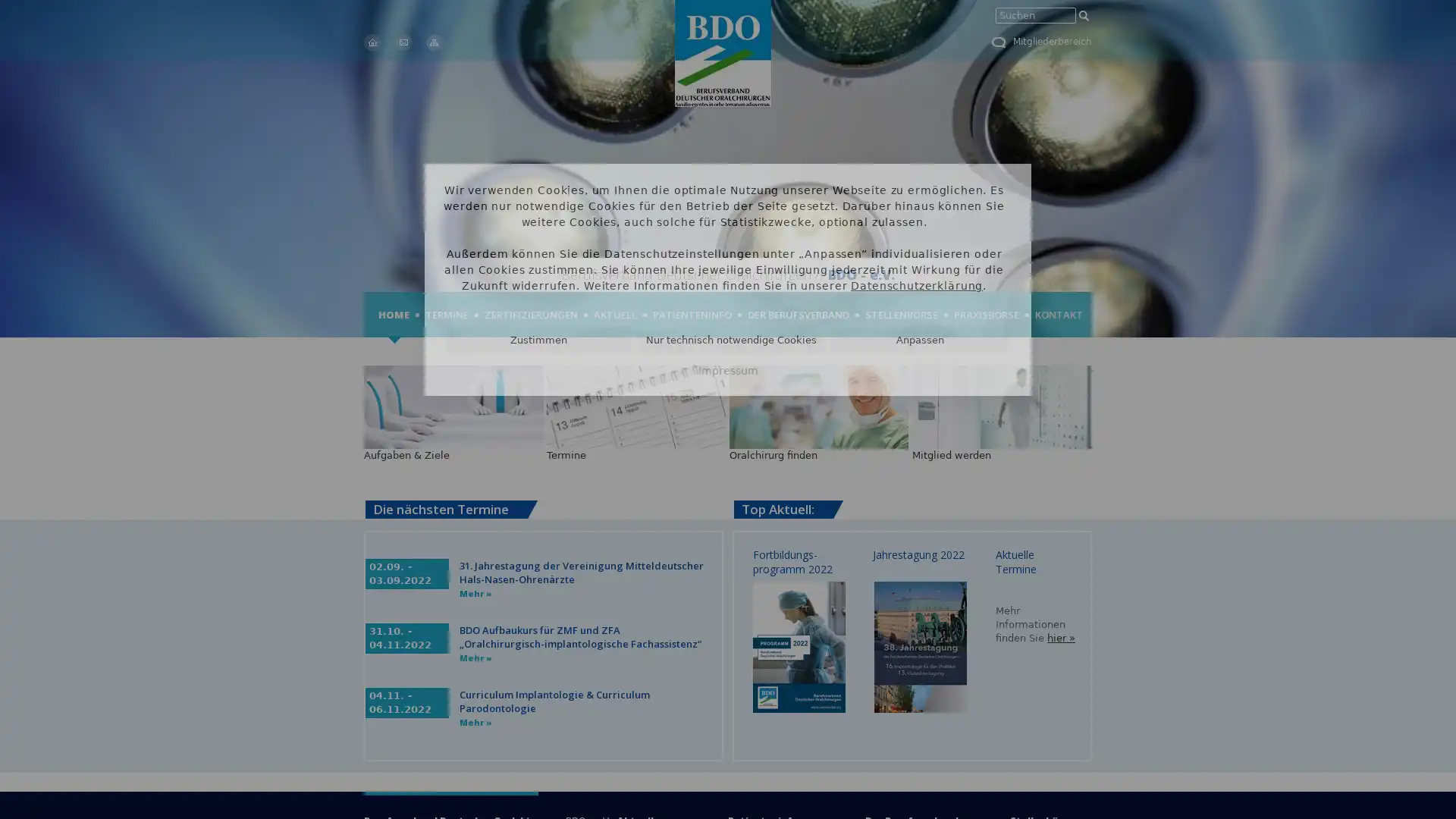  Describe the element at coordinates (730, 339) in the screenshot. I see `Nur technisch notwendige Cookies` at that location.